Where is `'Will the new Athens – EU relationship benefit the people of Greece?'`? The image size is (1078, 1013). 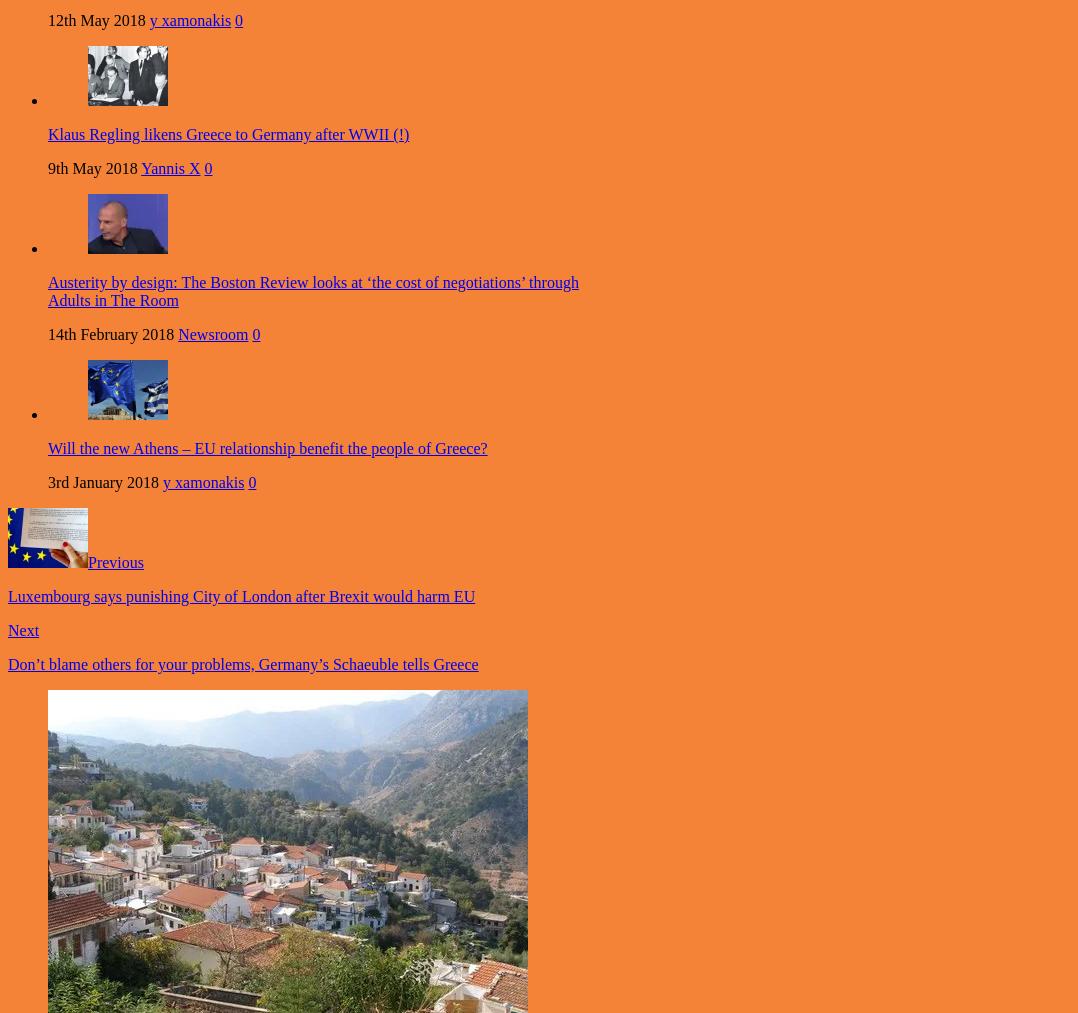
'Will the new Athens – EU relationship benefit the people of Greece?' is located at coordinates (266, 447).